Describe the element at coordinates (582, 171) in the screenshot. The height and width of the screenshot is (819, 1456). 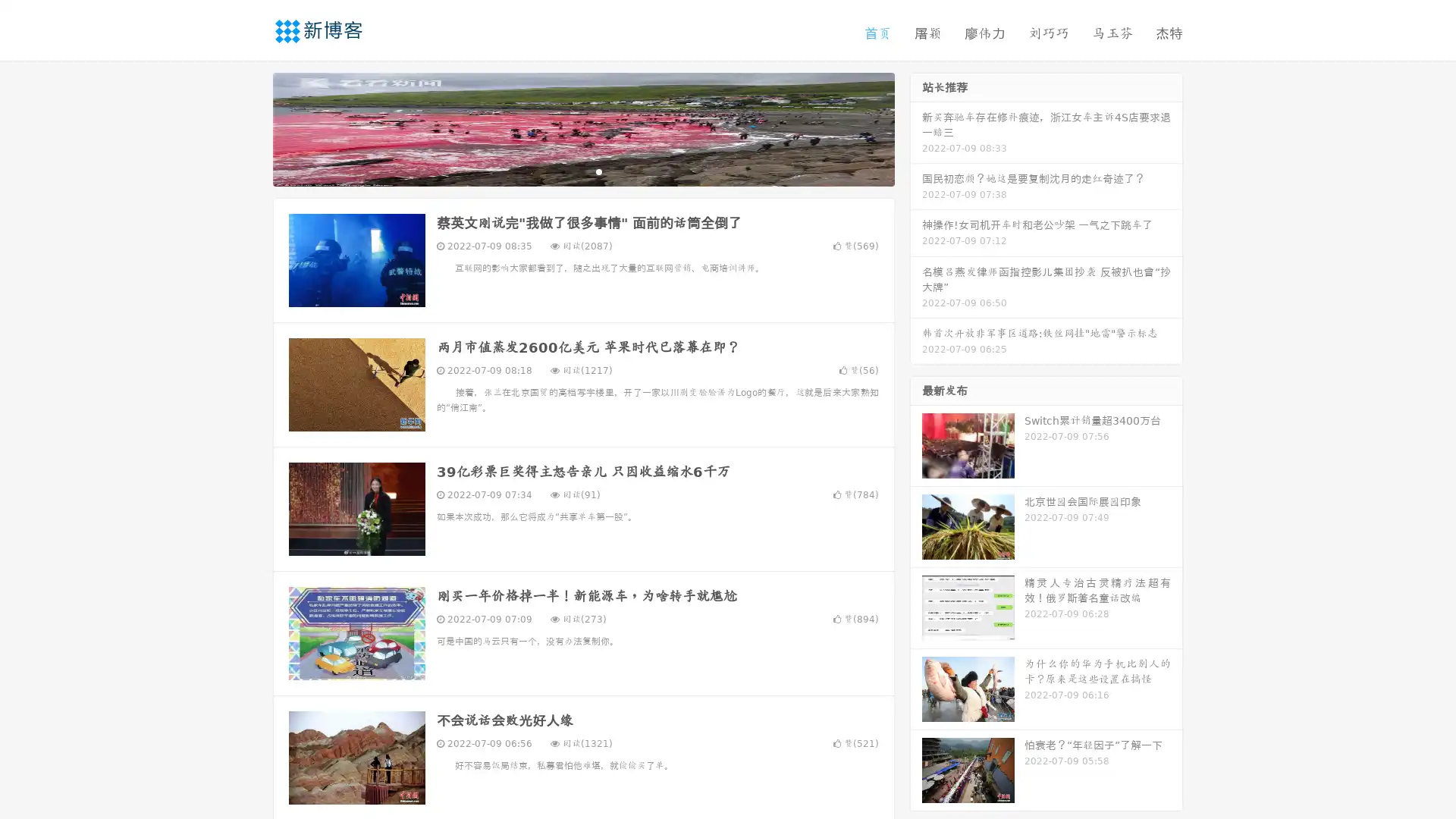
I see `Go to slide 2` at that location.